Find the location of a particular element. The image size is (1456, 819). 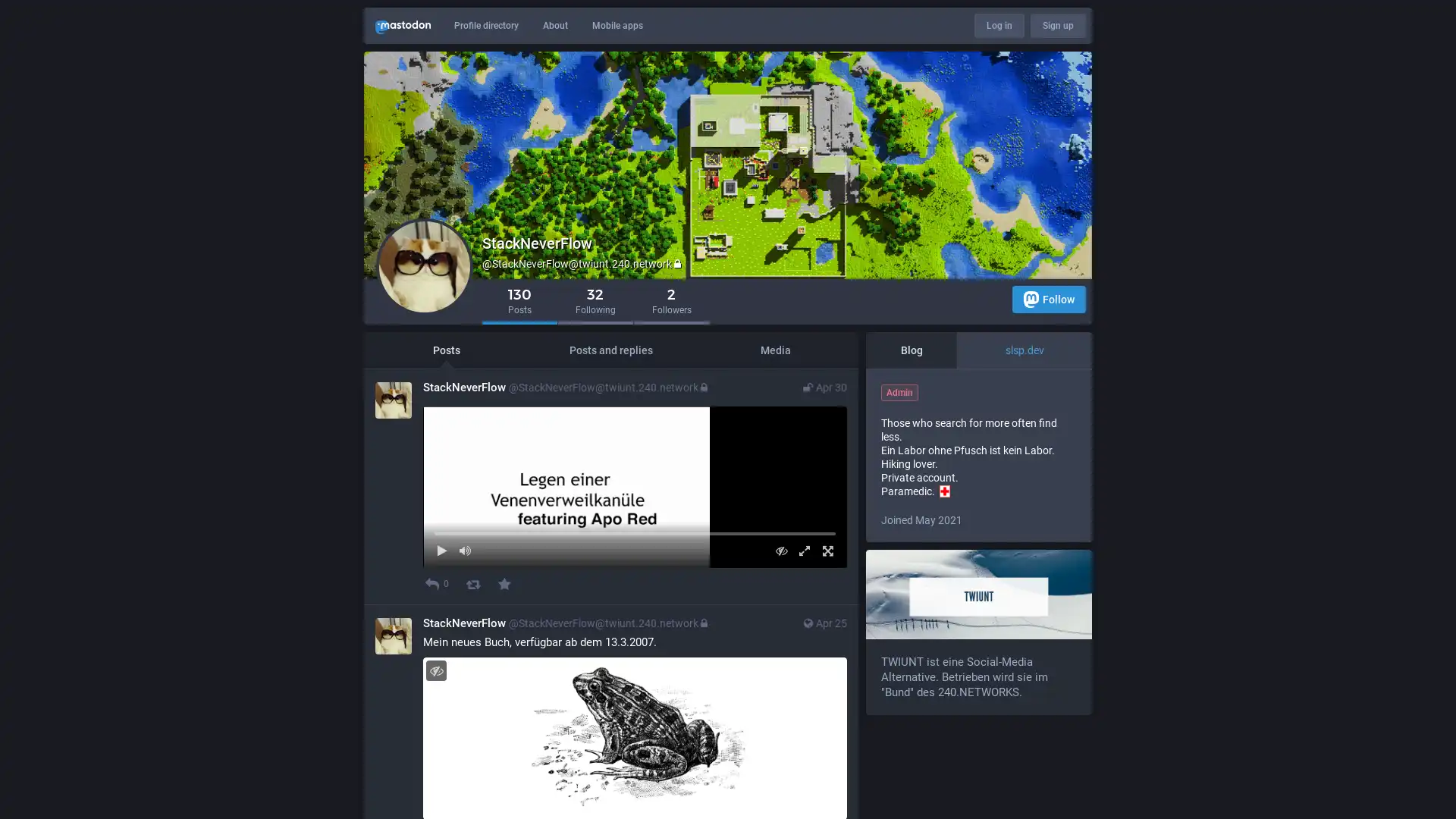

Full screen is located at coordinates (827, 627).